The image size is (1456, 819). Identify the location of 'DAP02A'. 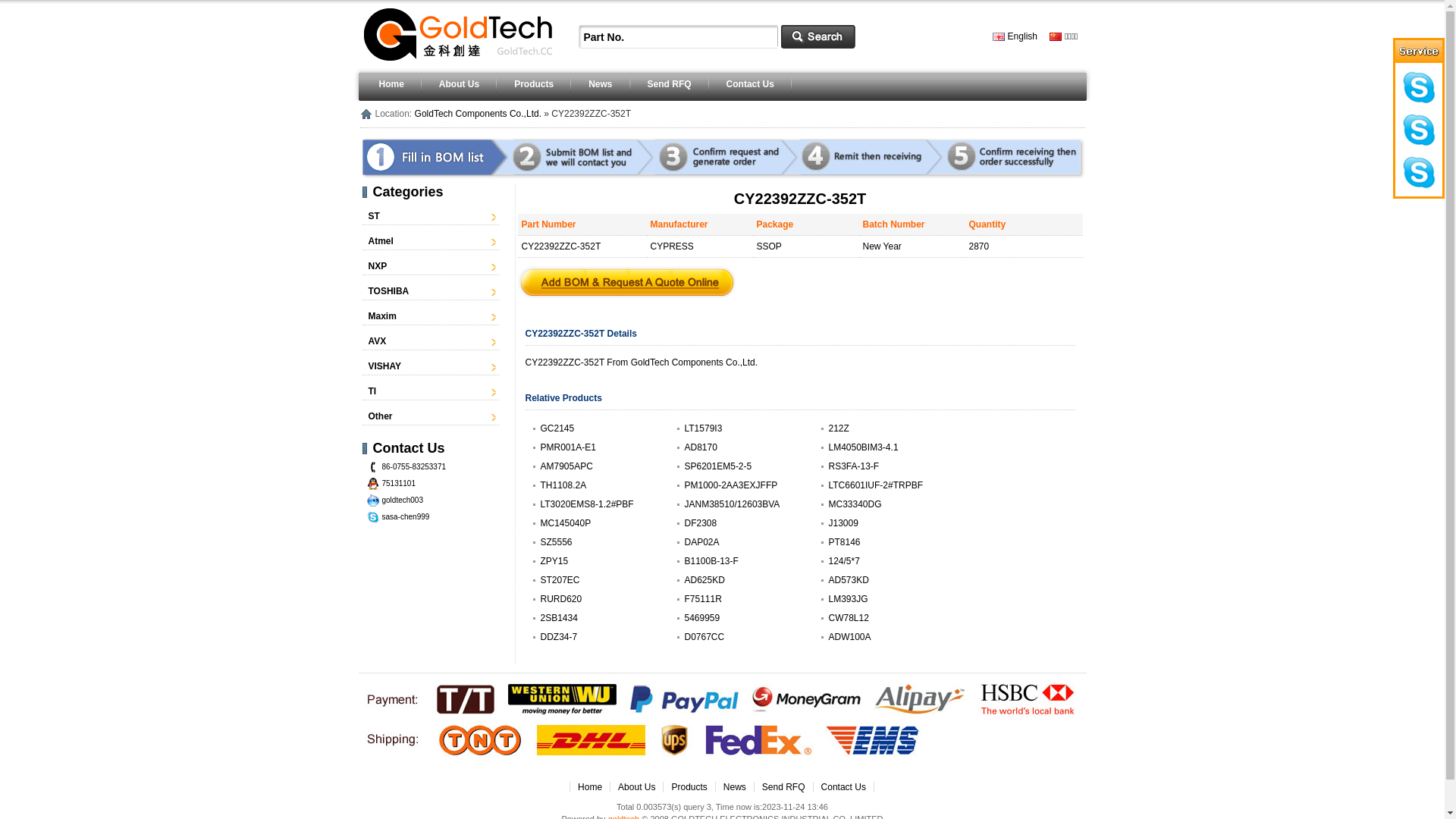
(701, 541).